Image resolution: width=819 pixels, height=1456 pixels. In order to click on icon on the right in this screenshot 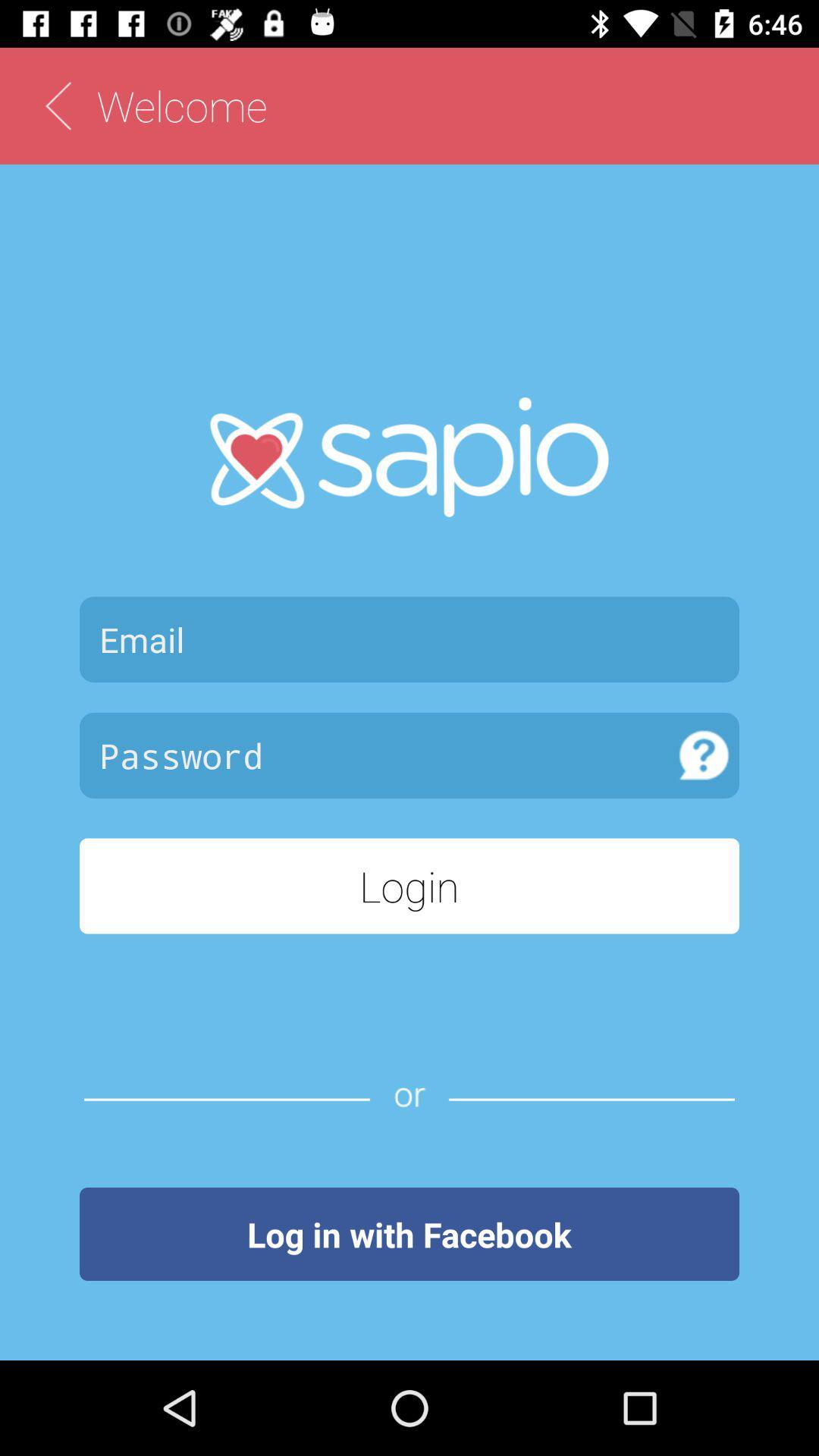, I will do `click(704, 755)`.